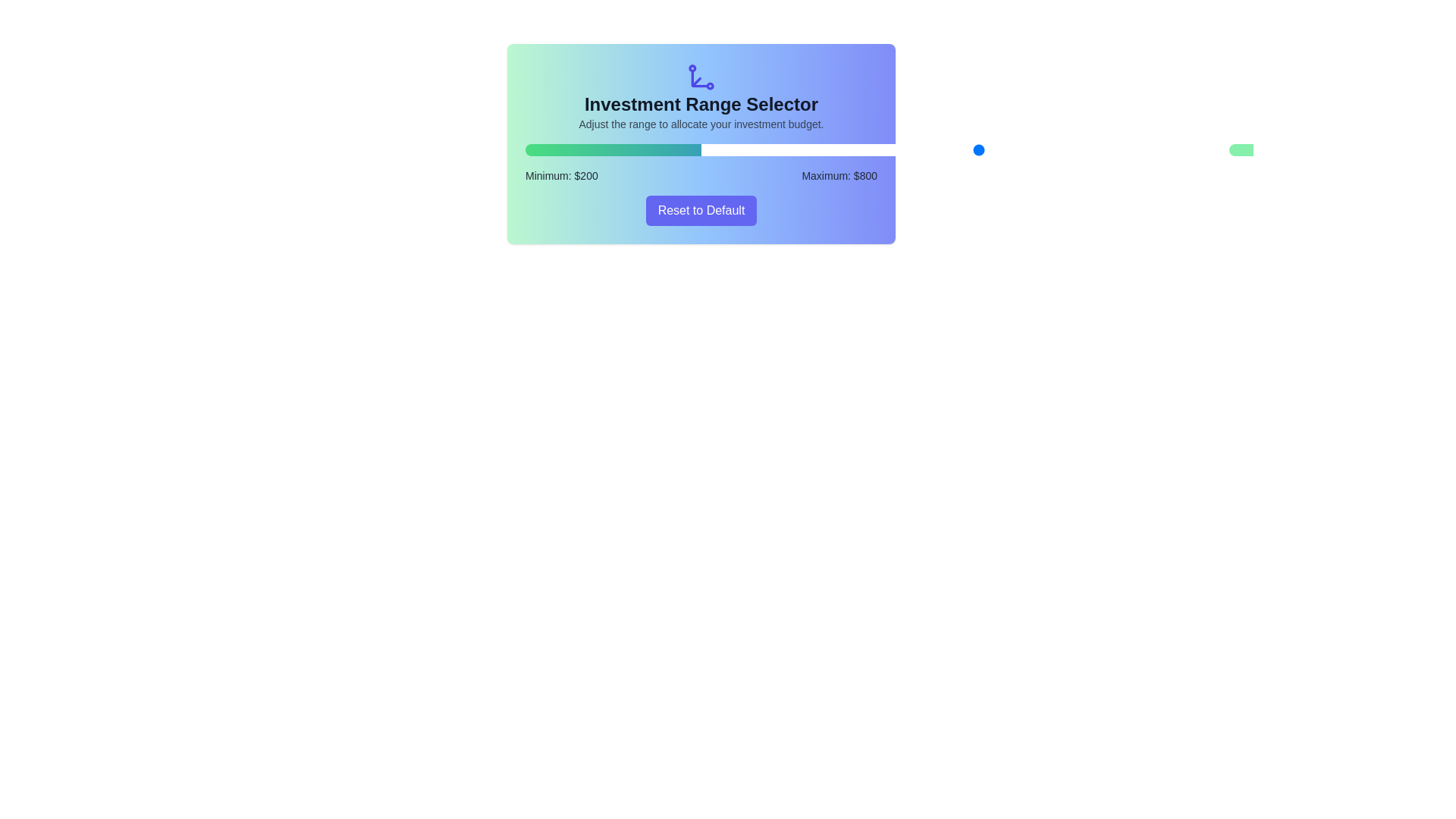 This screenshot has height=819, width=1456. I want to click on the minimum investment range slider to 851, so click(1000, 149).